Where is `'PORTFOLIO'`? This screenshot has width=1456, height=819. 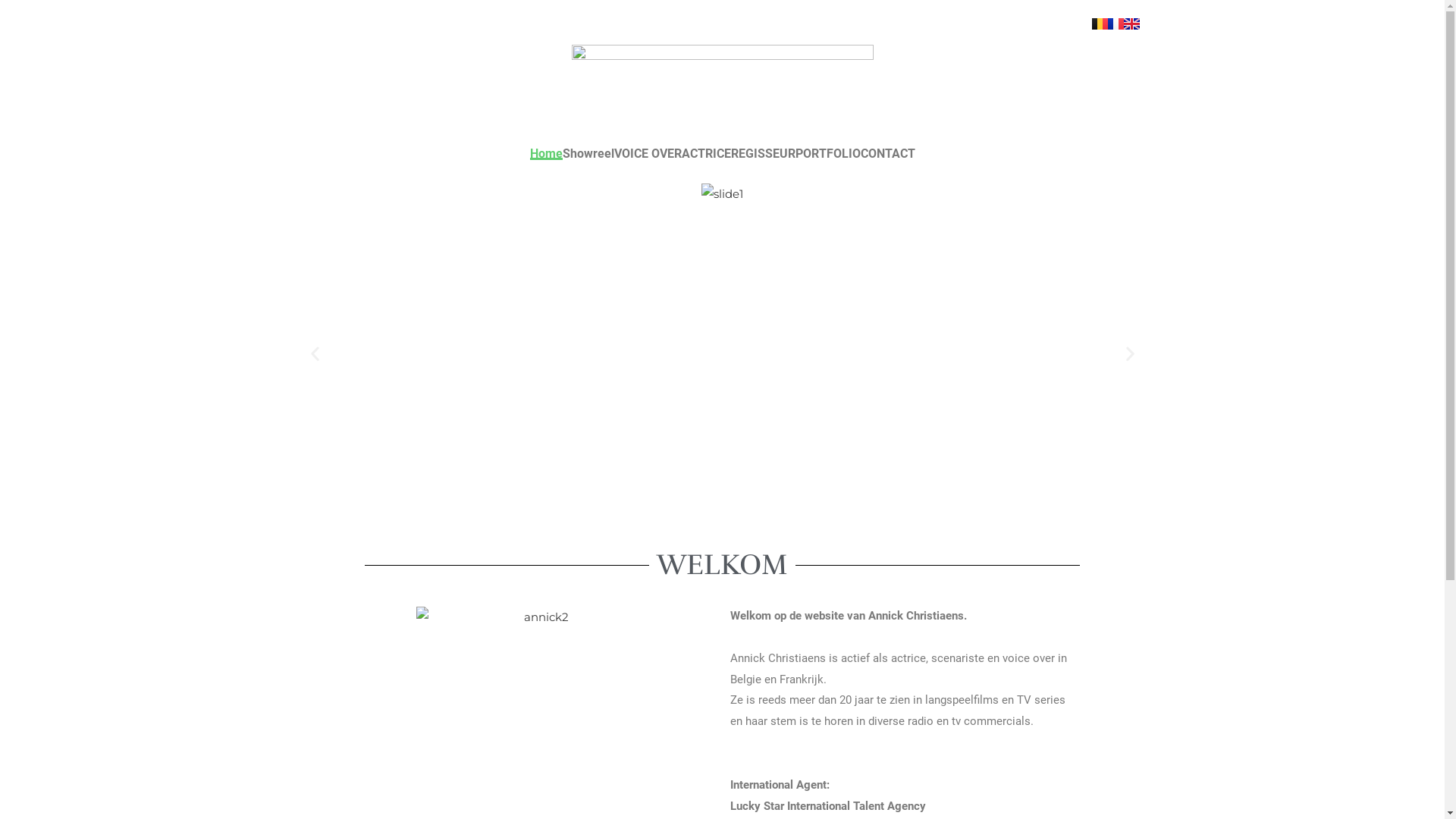 'PORTFOLIO' is located at coordinates (793, 154).